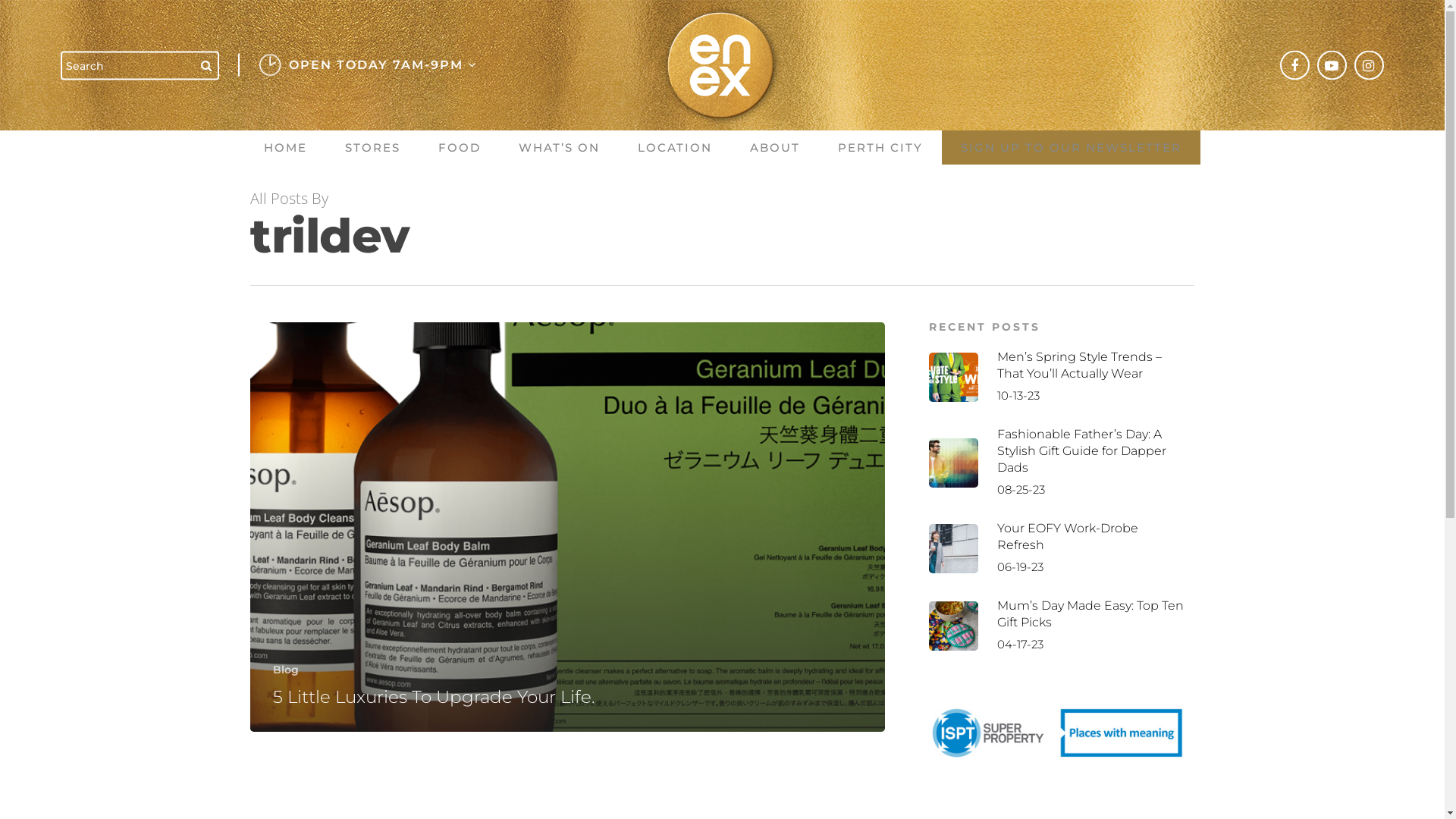  I want to click on 'LOCATION', so click(619, 147).